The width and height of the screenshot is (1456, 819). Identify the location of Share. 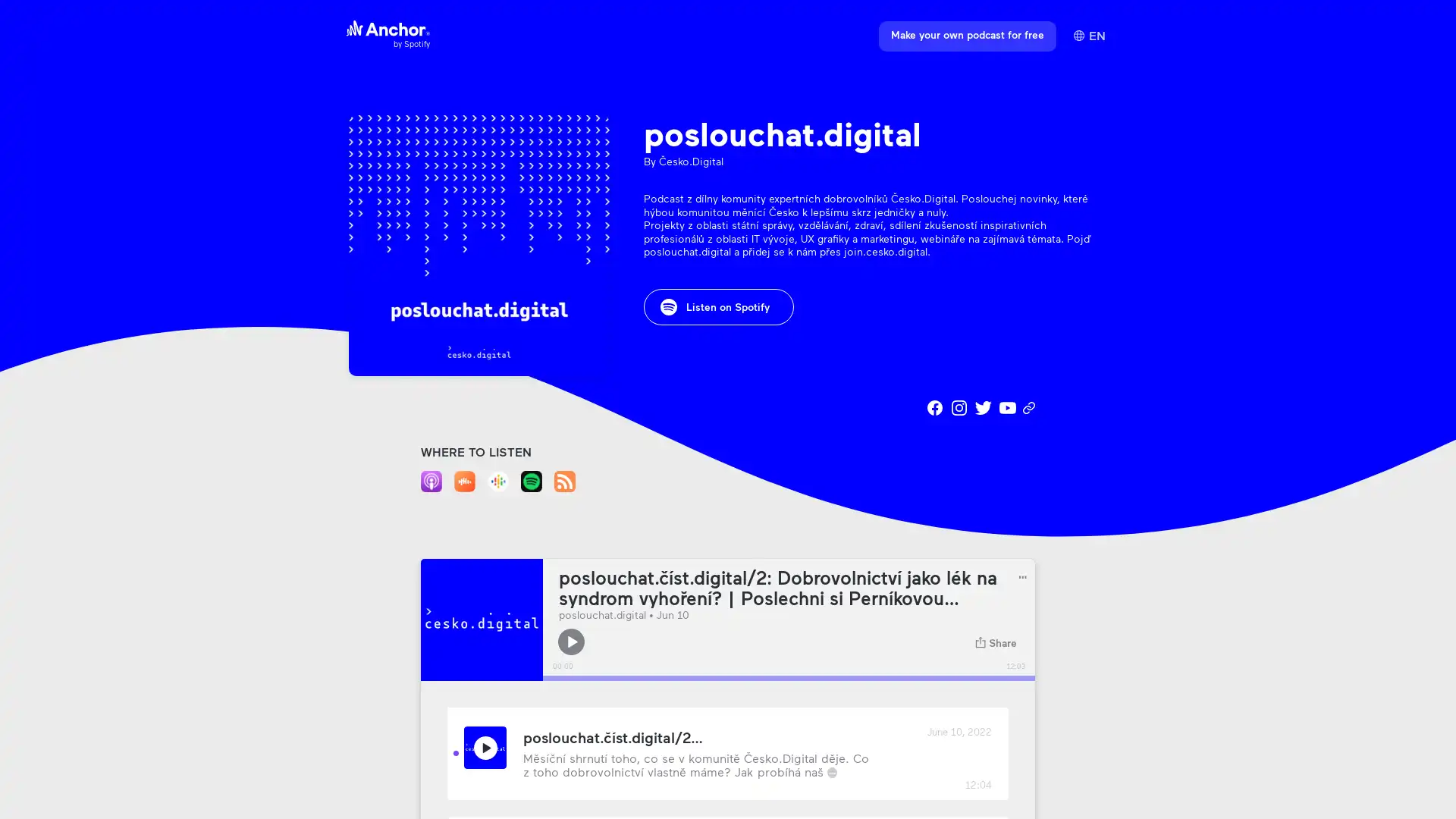
(996, 642).